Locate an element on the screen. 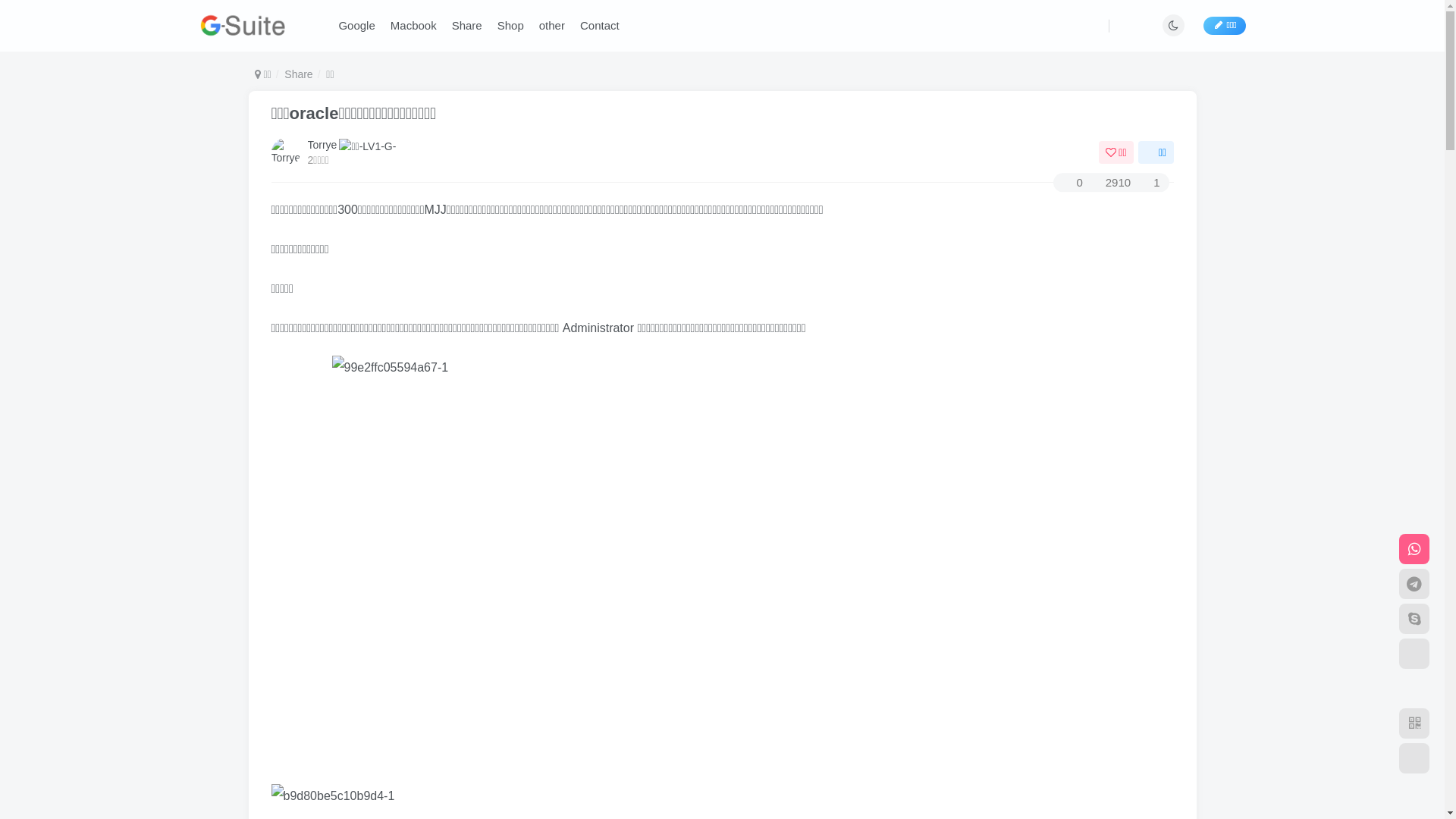  'Share' is located at coordinates (298, 74).